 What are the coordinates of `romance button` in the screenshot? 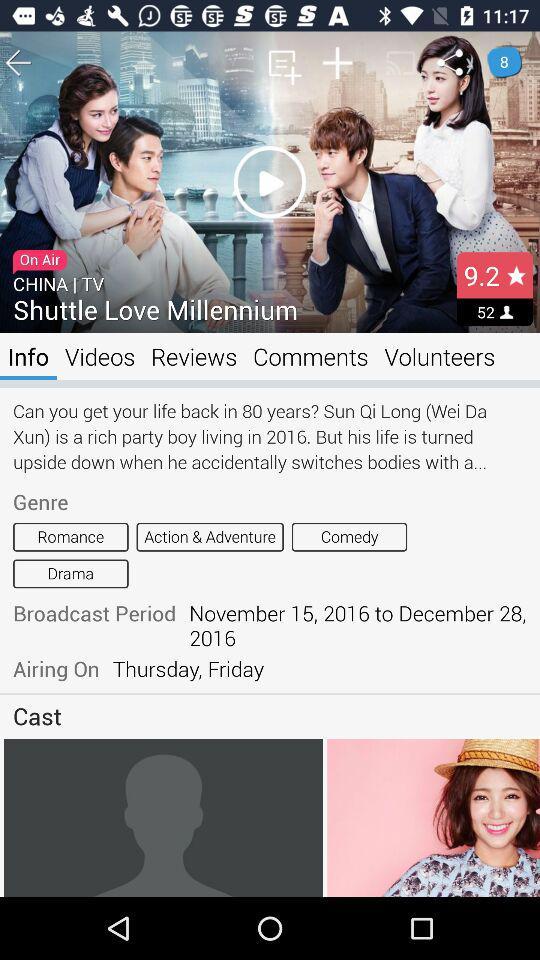 It's located at (69, 536).